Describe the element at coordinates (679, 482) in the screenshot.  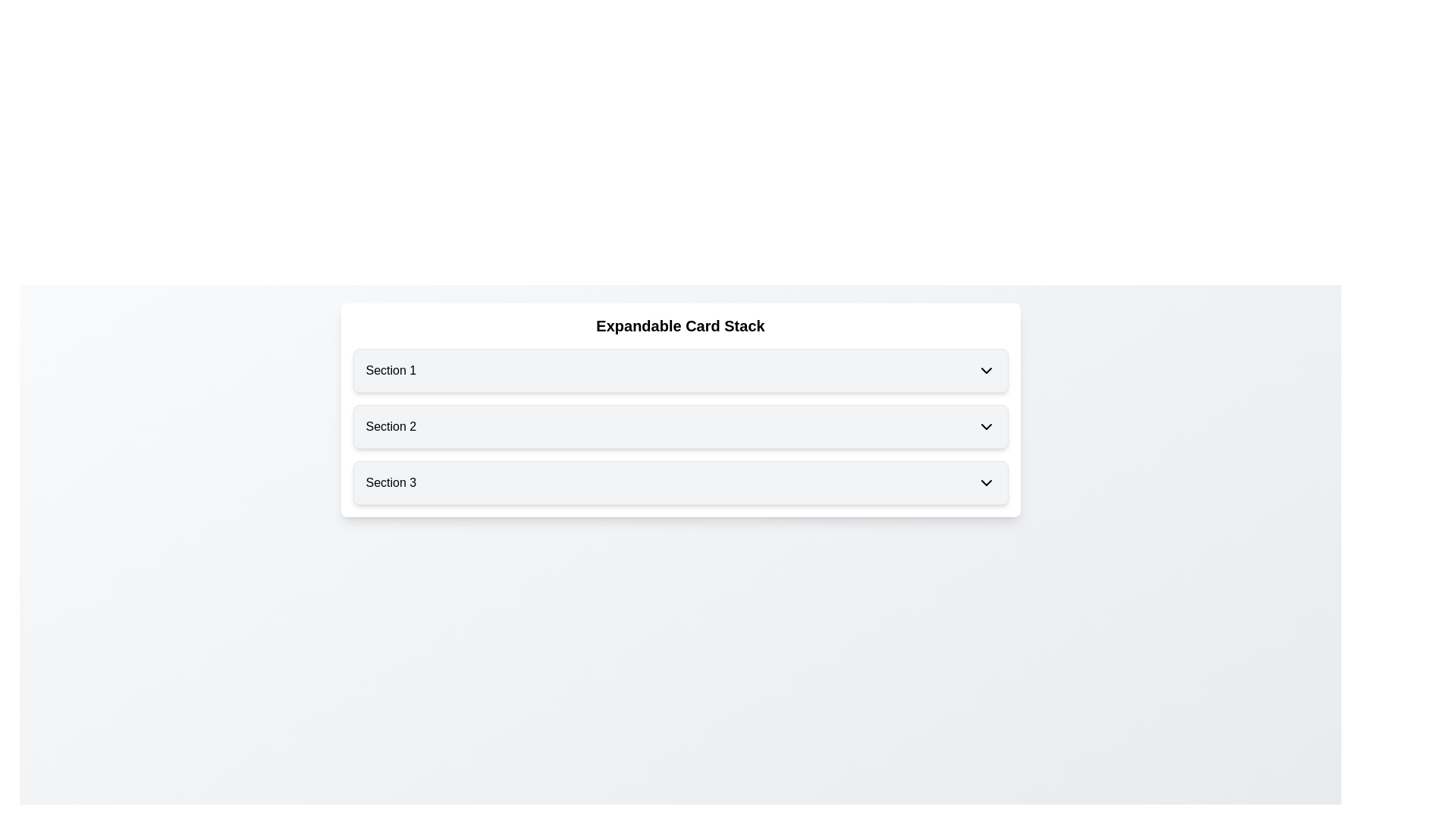
I see `the button at the bottom of the 'Expandable Card Stack'` at that location.